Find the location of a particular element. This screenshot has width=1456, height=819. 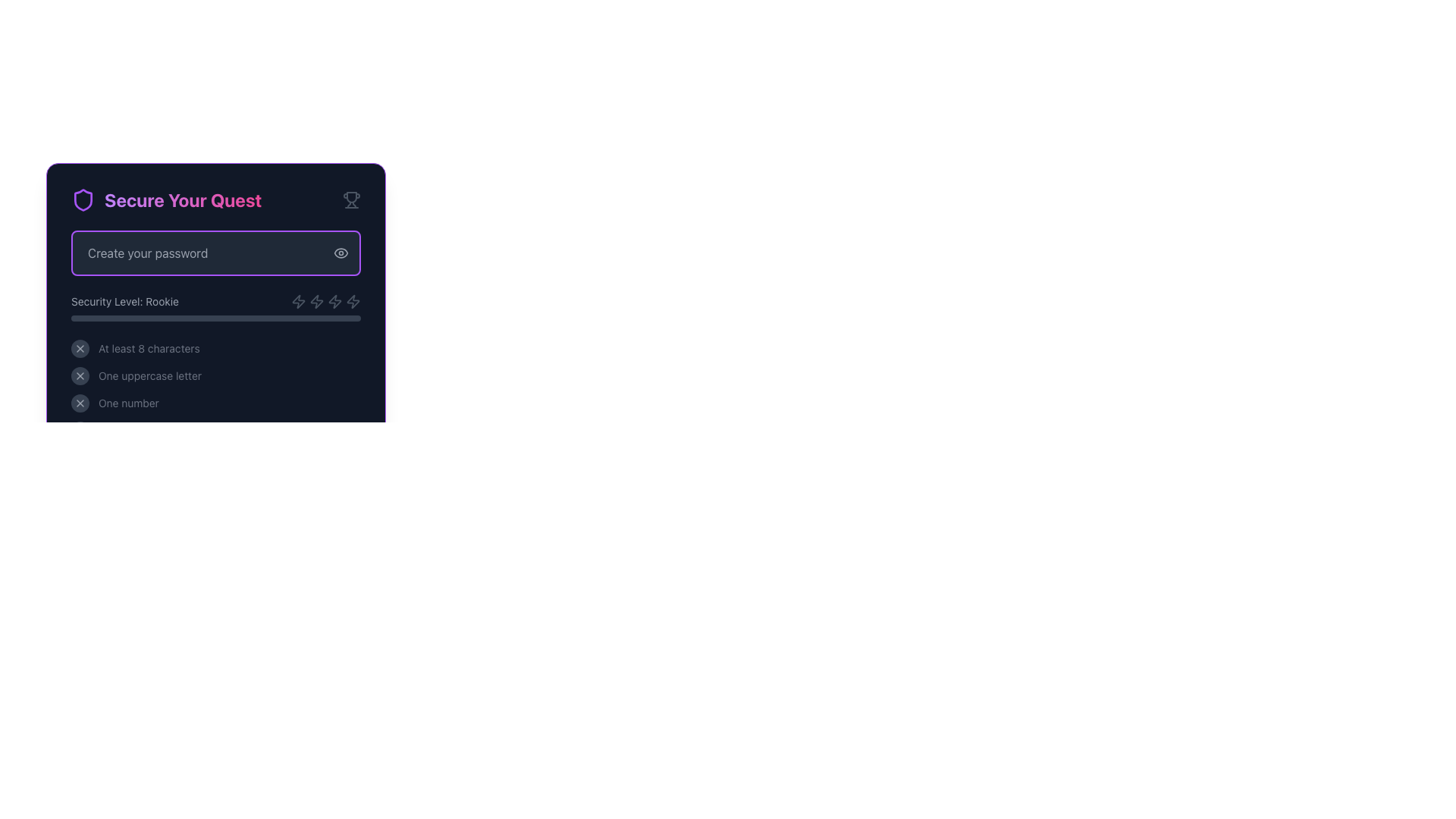

the close or cancel icon located in the bottom-left corner of the application's interface, which has a circular gray background is located at coordinates (79, 430).